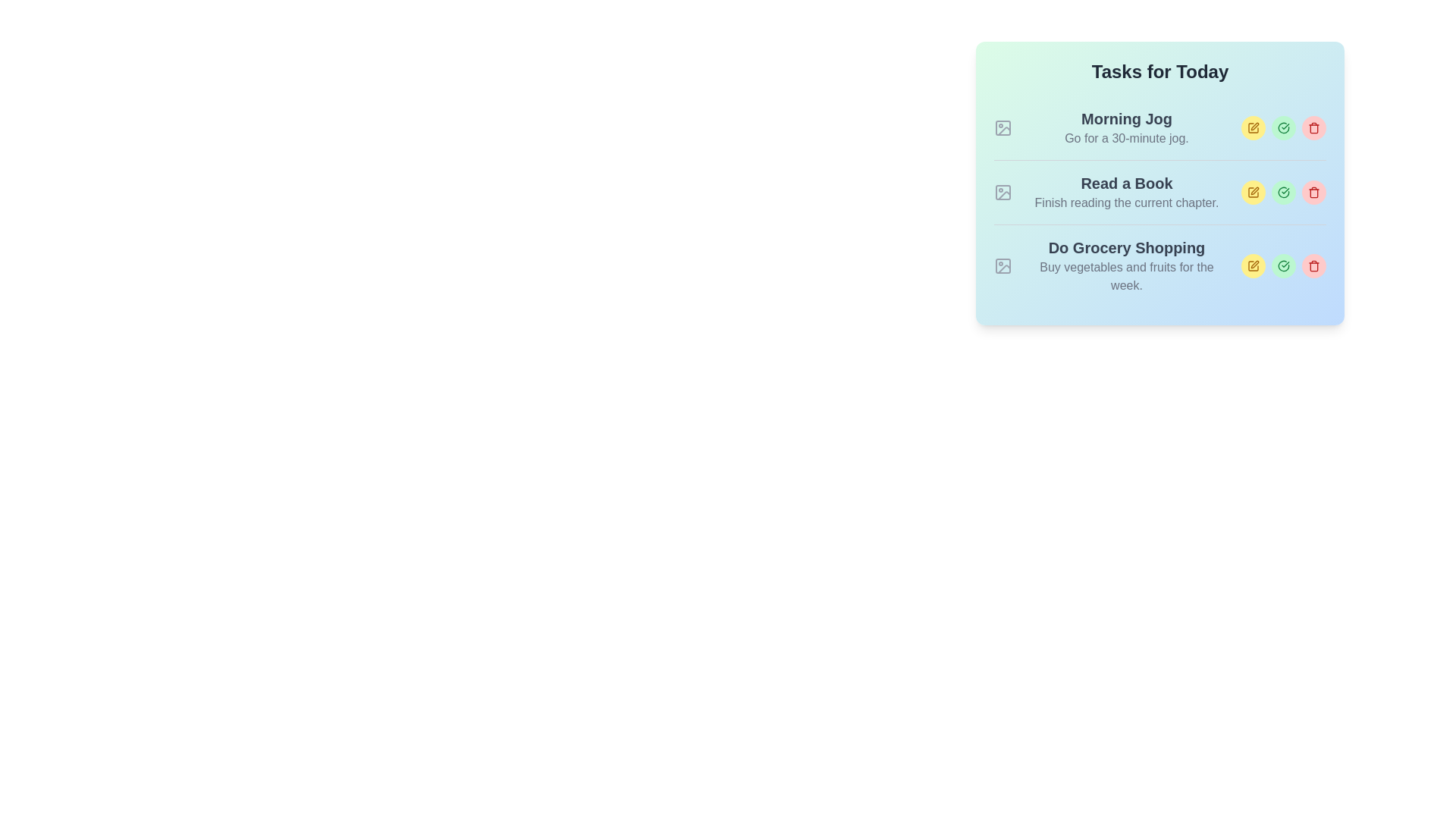 Image resolution: width=1456 pixels, height=819 pixels. Describe the element at coordinates (1127, 183) in the screenshot. I see `the static text element that reads 'Read a Book', which is bolded and styled in a larger font size within a pastel blue box, located at the top of the task card` at that location.